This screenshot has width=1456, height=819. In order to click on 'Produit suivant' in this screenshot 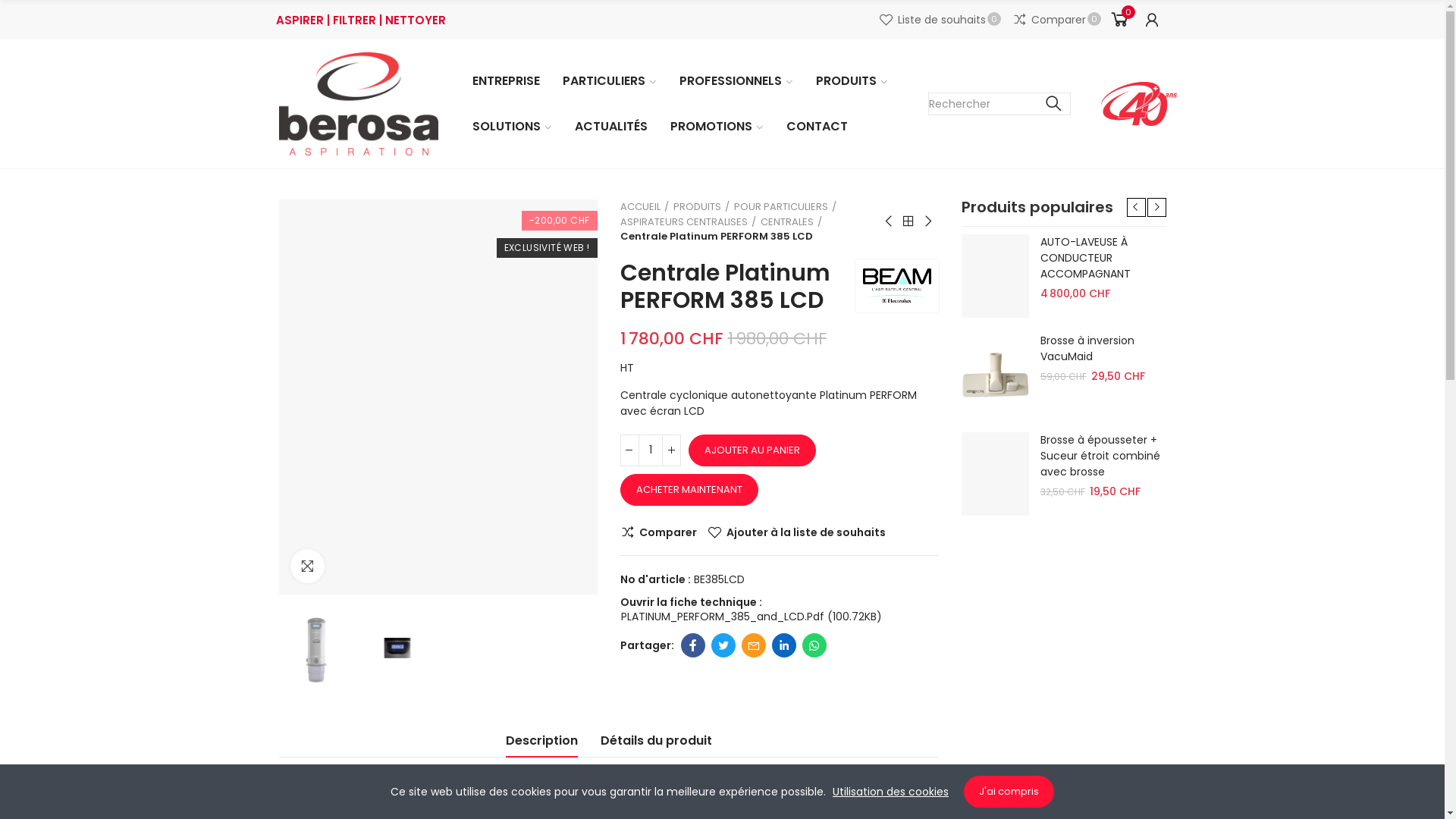, I will do `click(927, 221)`.